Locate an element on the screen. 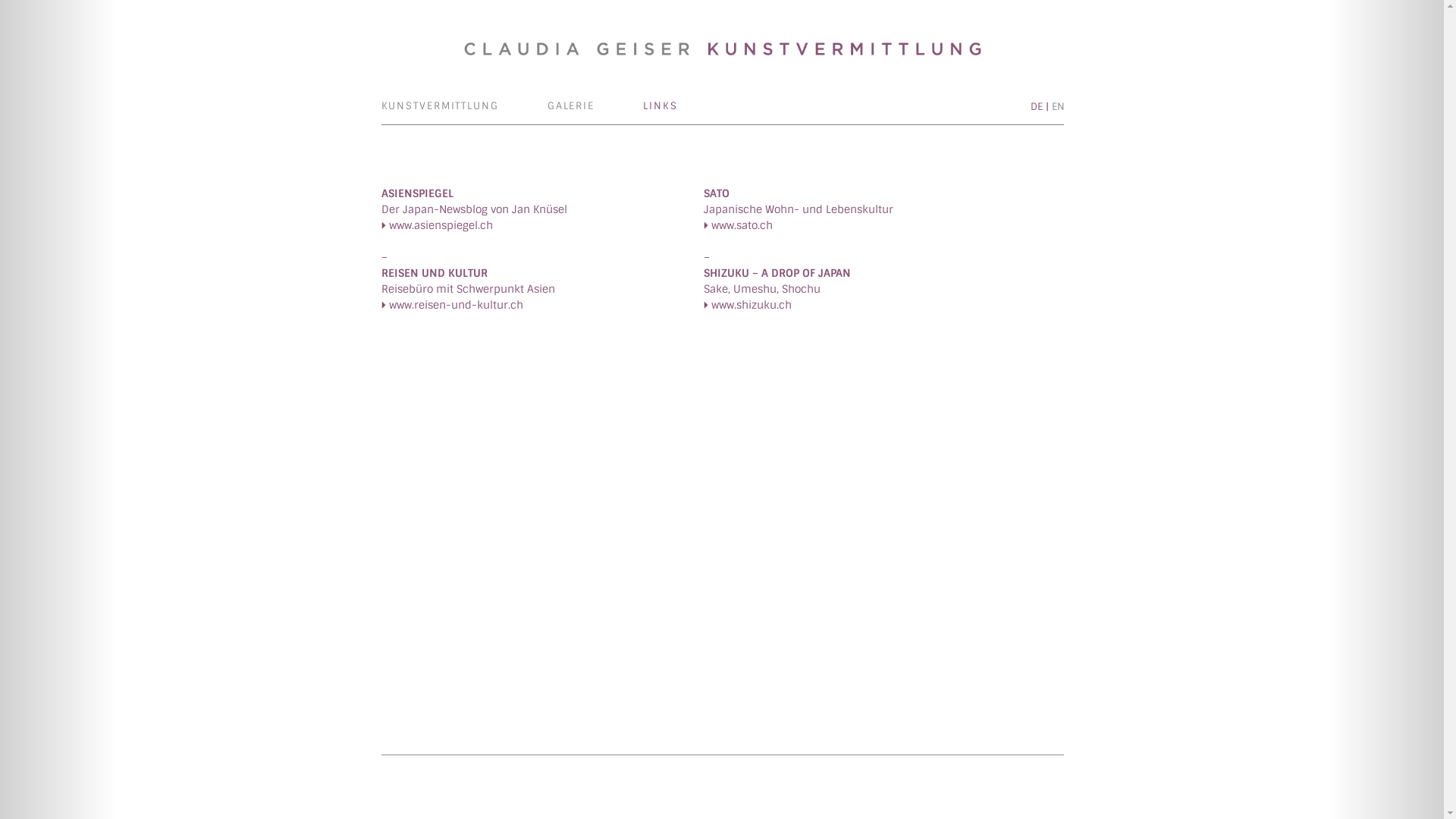 This screenshot has height=819, width=1456. 'LINKS' is located at coordinates (660, 105).